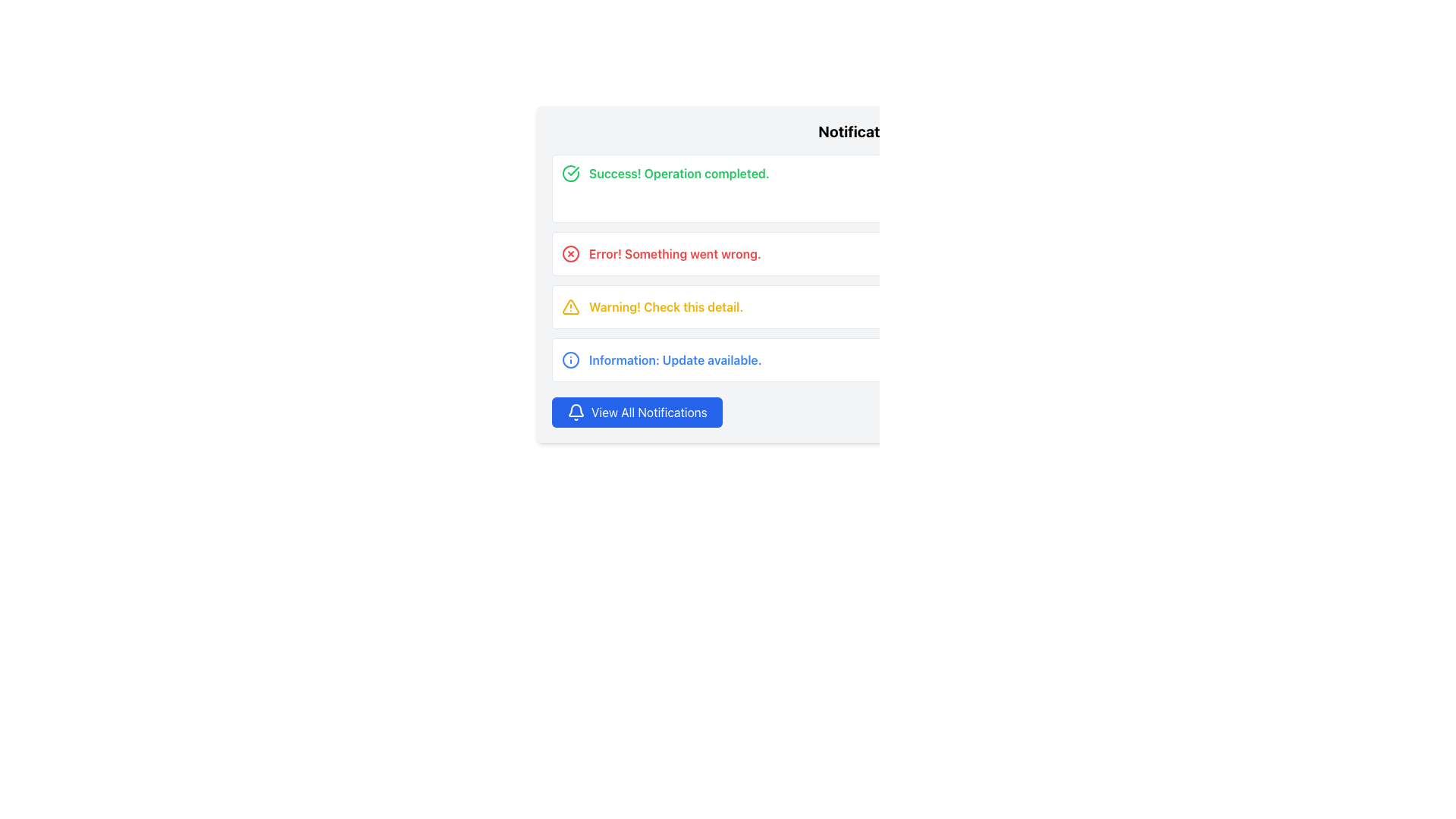 The height and width of the screenshot is (819, 1456). I want to click on the notifications button located at the lower section of the notification panel, so click(637, 412).